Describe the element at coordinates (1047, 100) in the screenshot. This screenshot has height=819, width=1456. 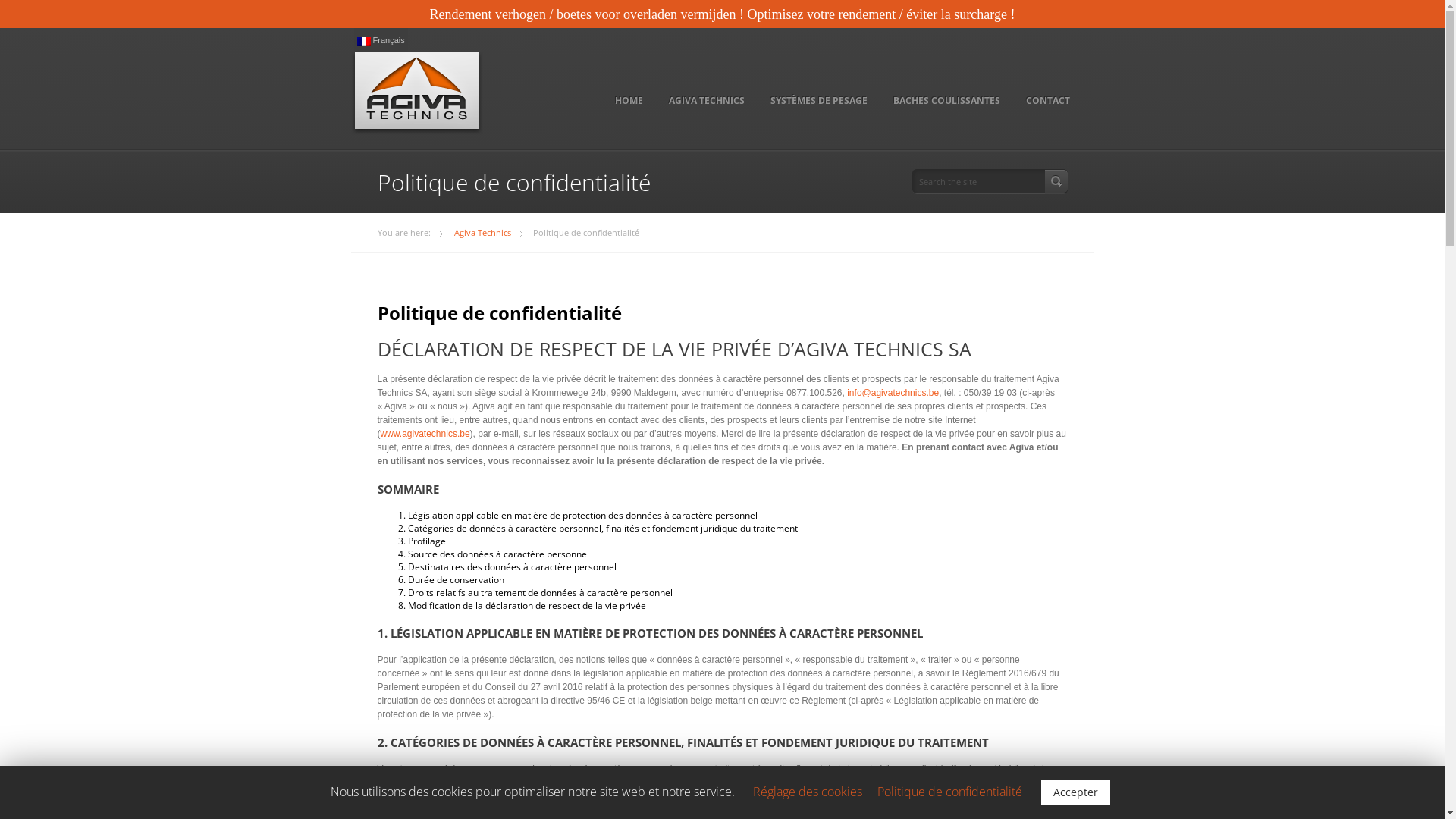
I see `'CONTACT'` at that location.